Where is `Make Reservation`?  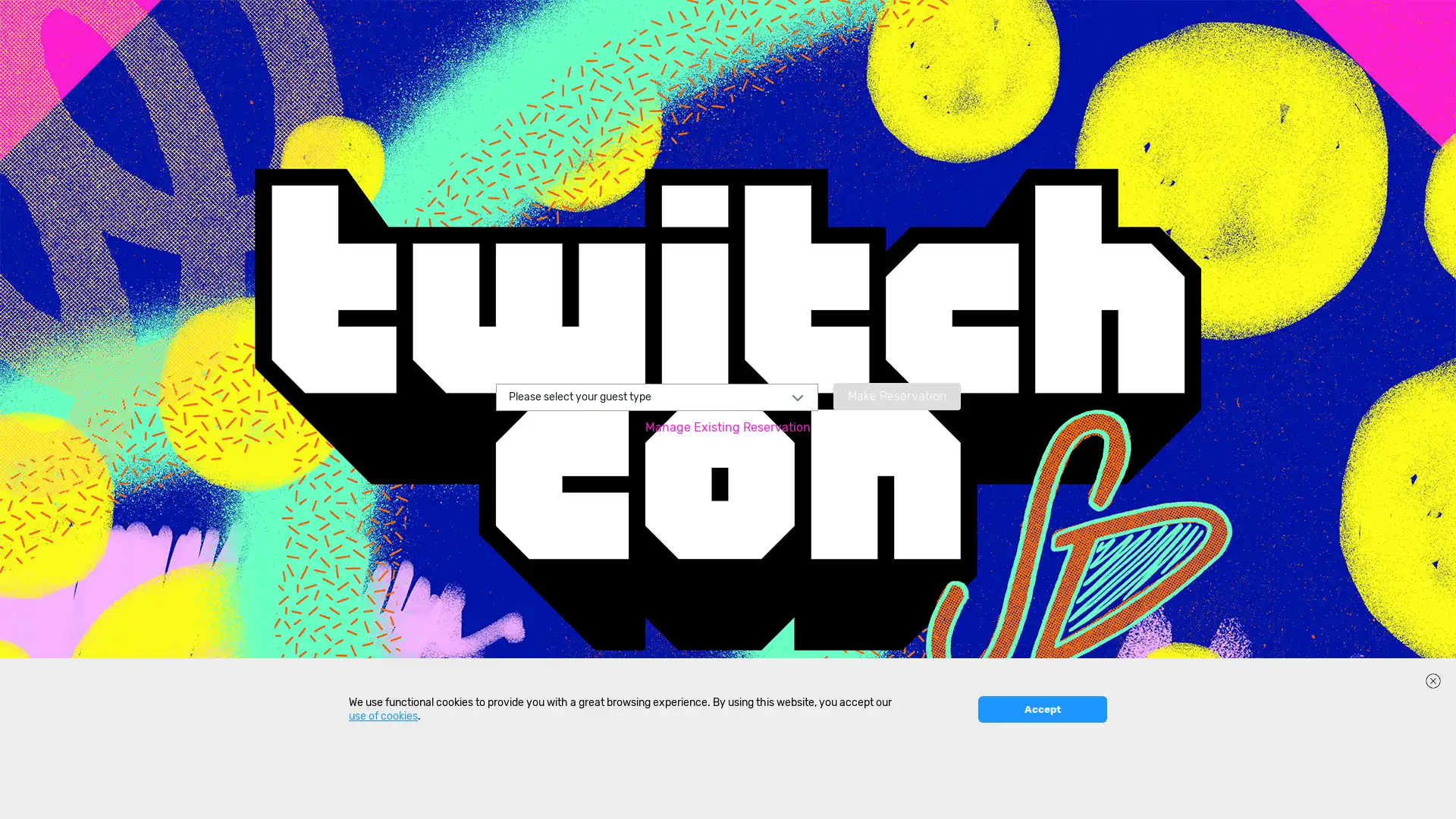
Make Reservation is located at coordinates (896, 394).